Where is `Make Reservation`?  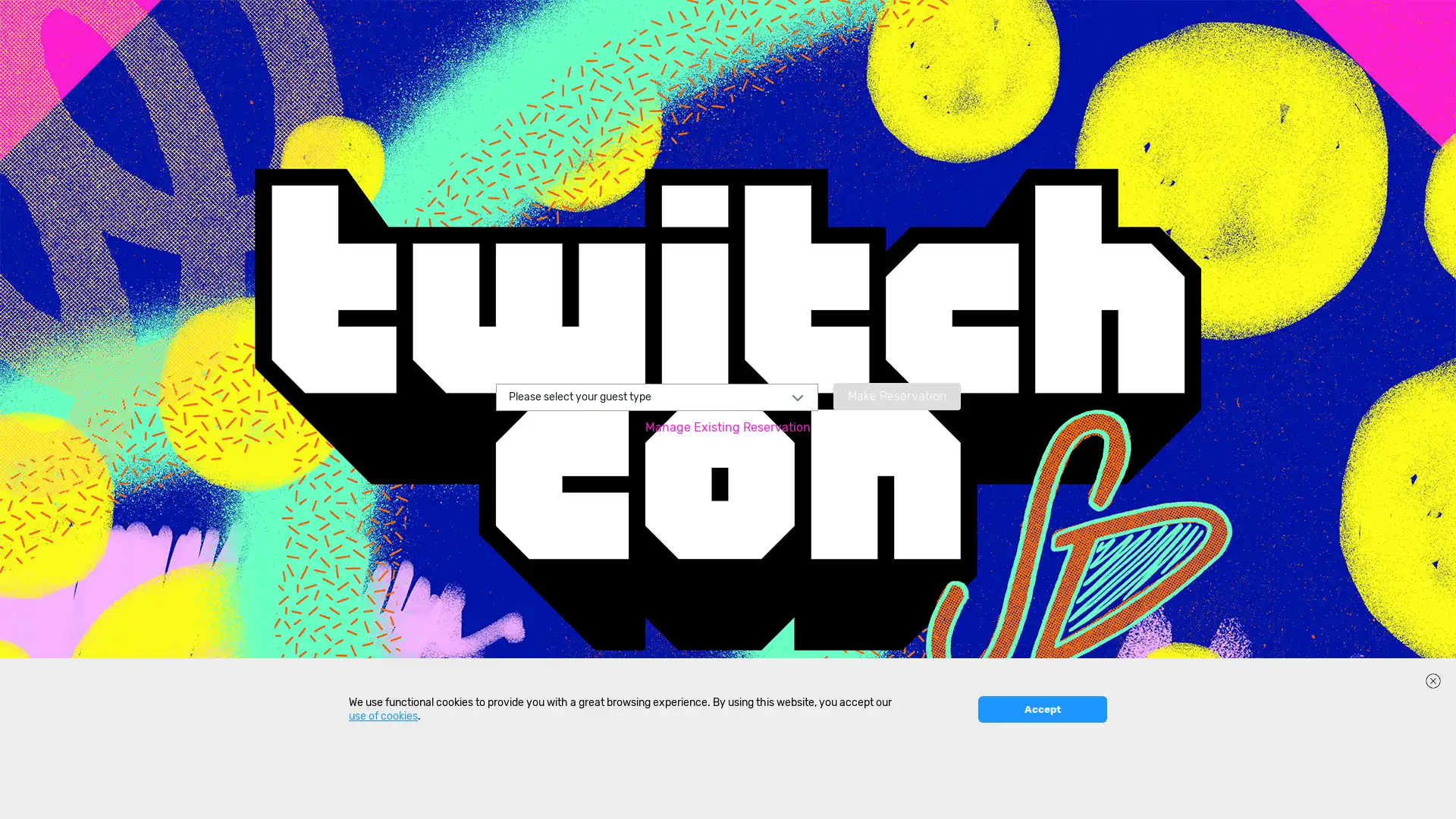
Make Reservation is located at coordinates (896, 394).